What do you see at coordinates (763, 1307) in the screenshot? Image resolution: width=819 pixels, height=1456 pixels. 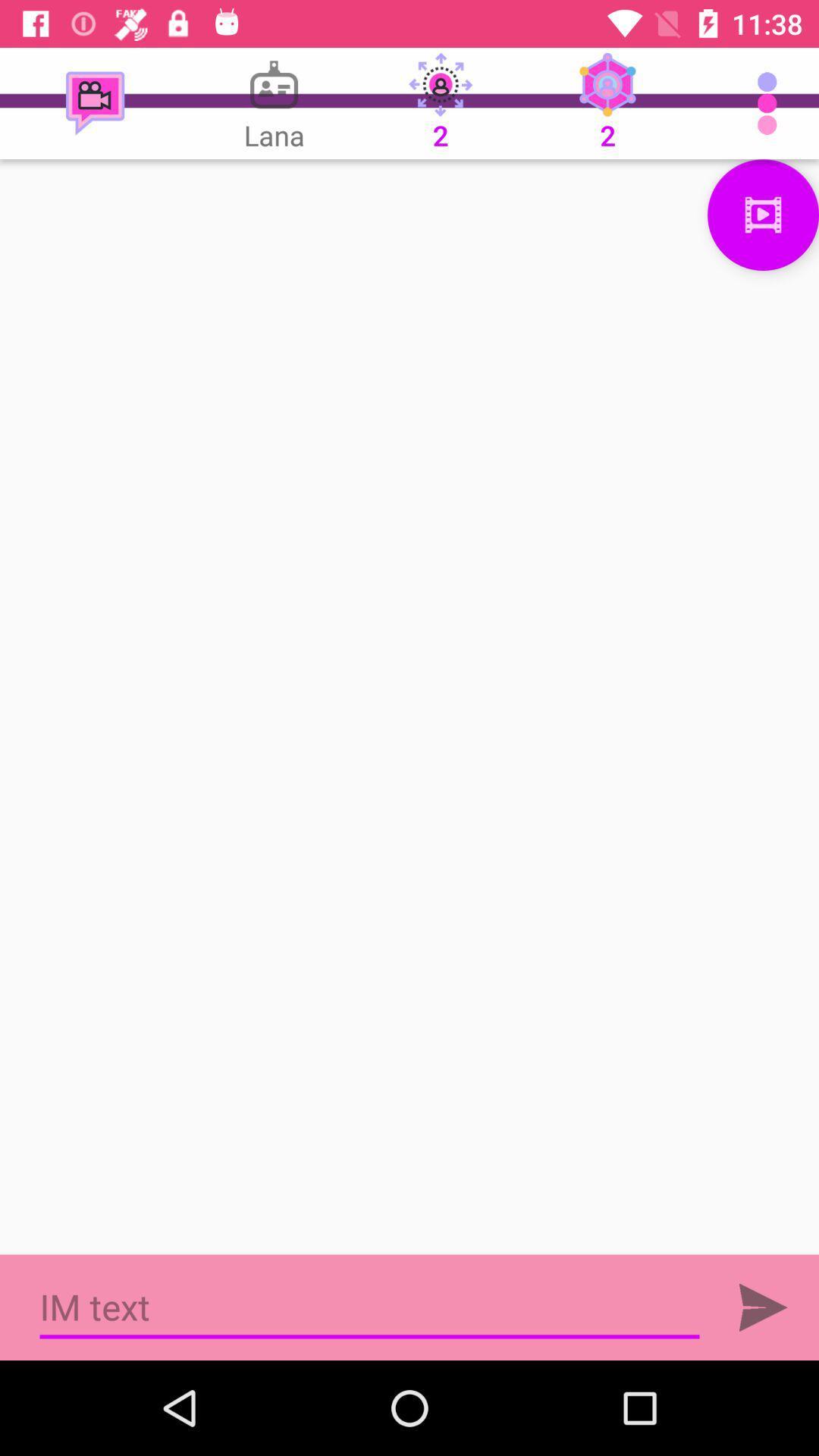 I see `send text` at bounding box center [763, 1307].